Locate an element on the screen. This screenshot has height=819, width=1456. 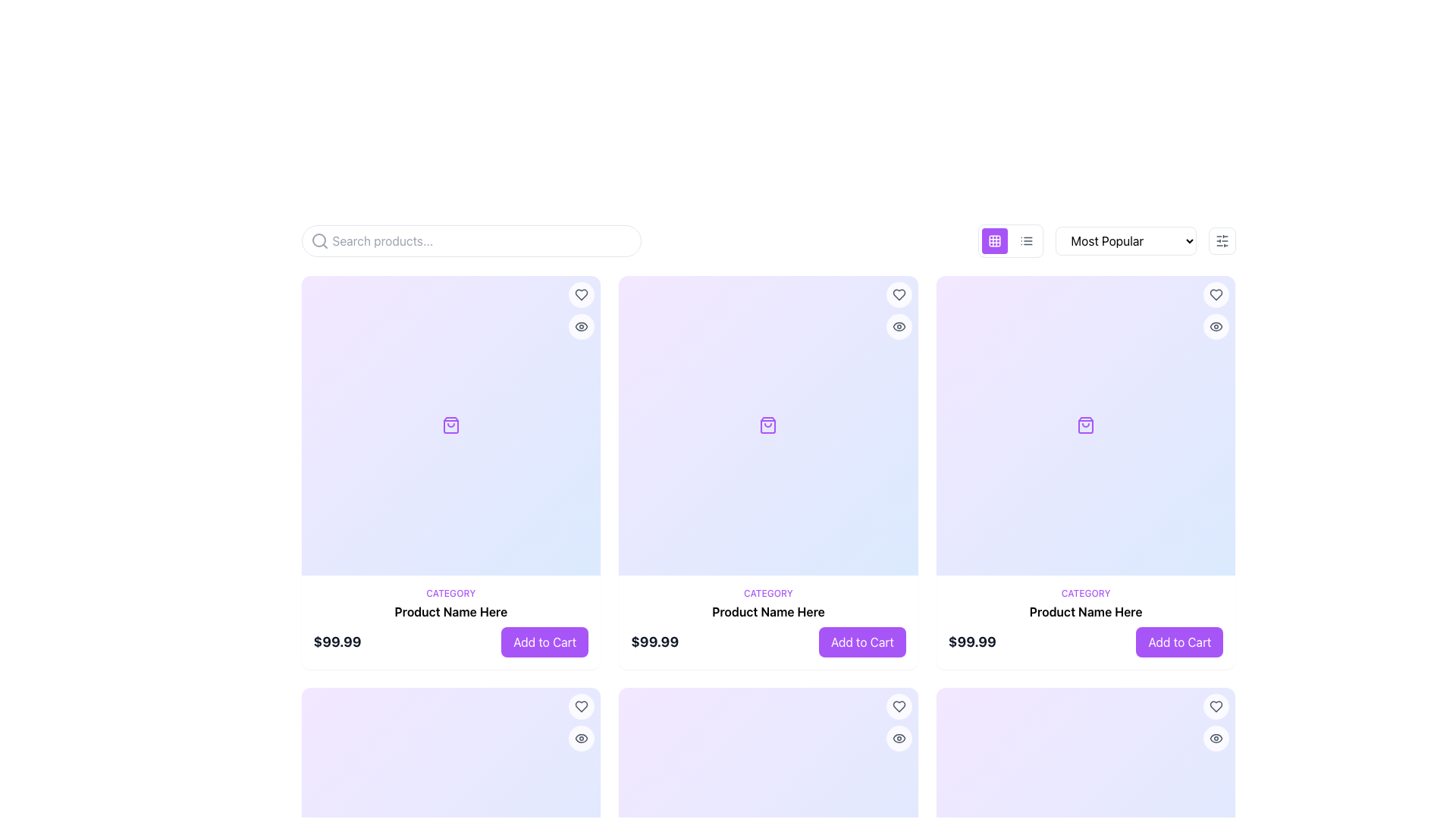
the middle element of the 3x3 grid icon, which represents the grid layout option is located at coordinates (994, 240).